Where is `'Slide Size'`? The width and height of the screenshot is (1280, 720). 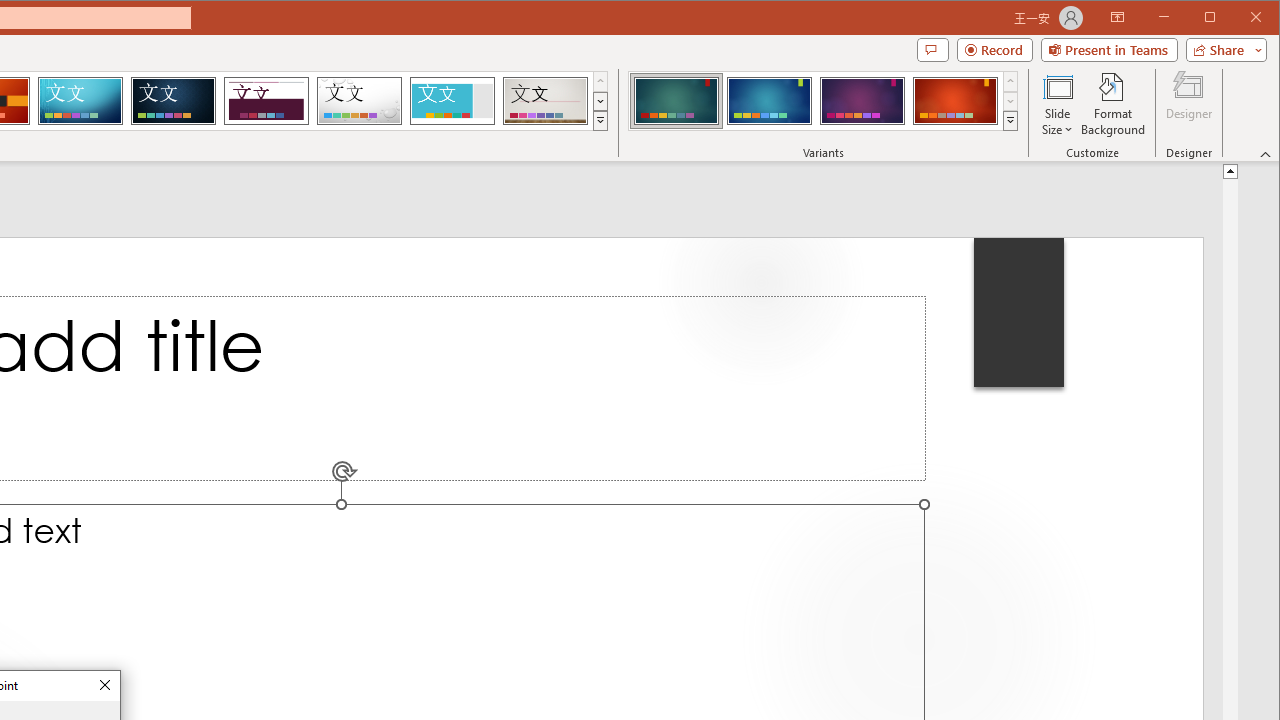
'Slide Size' is located at coordinates (1056, 104).